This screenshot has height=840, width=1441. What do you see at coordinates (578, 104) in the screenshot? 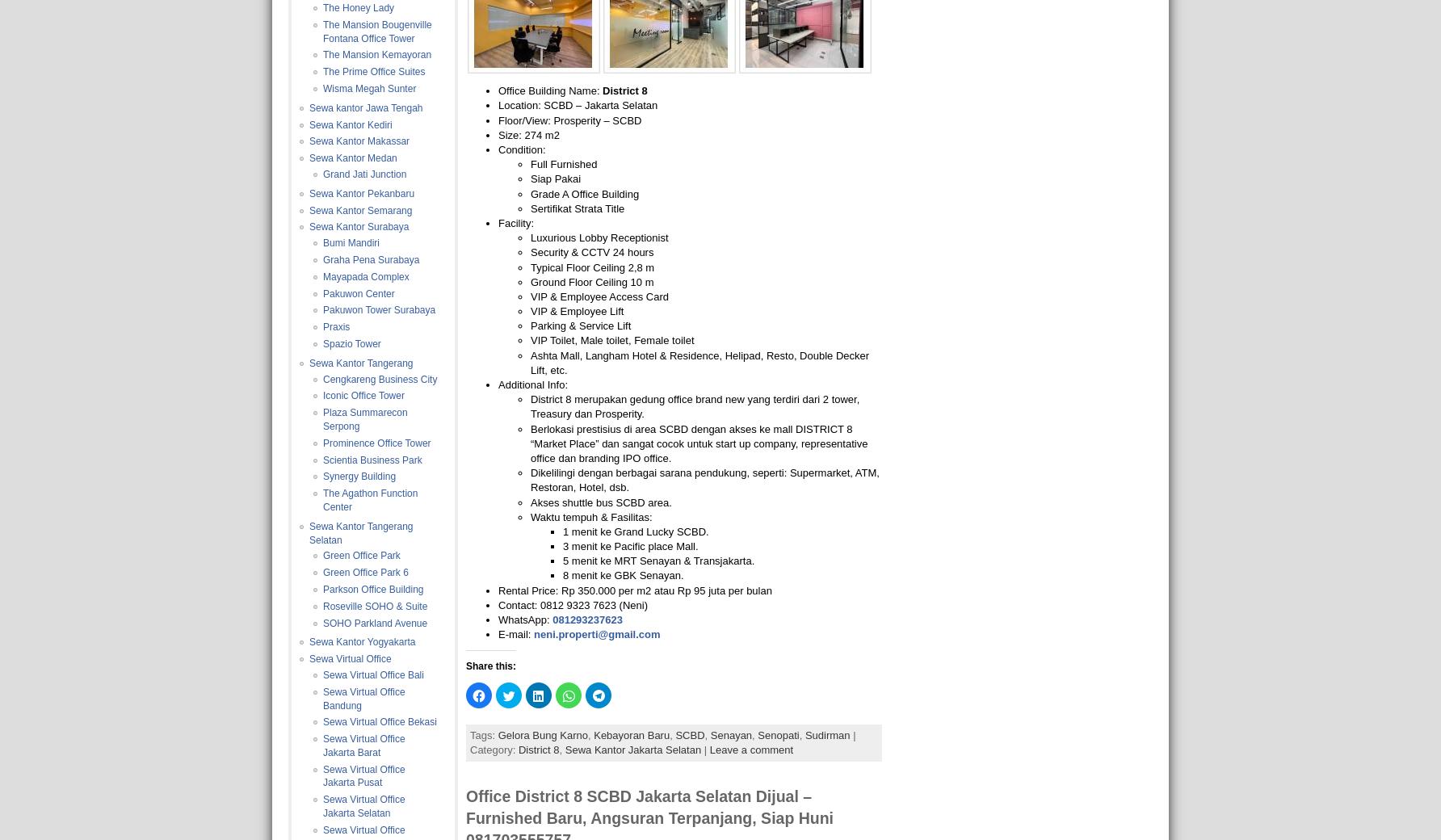
I see `'Location: SCBD – Jakarta Selatan'` at bounding box center [578, 104].